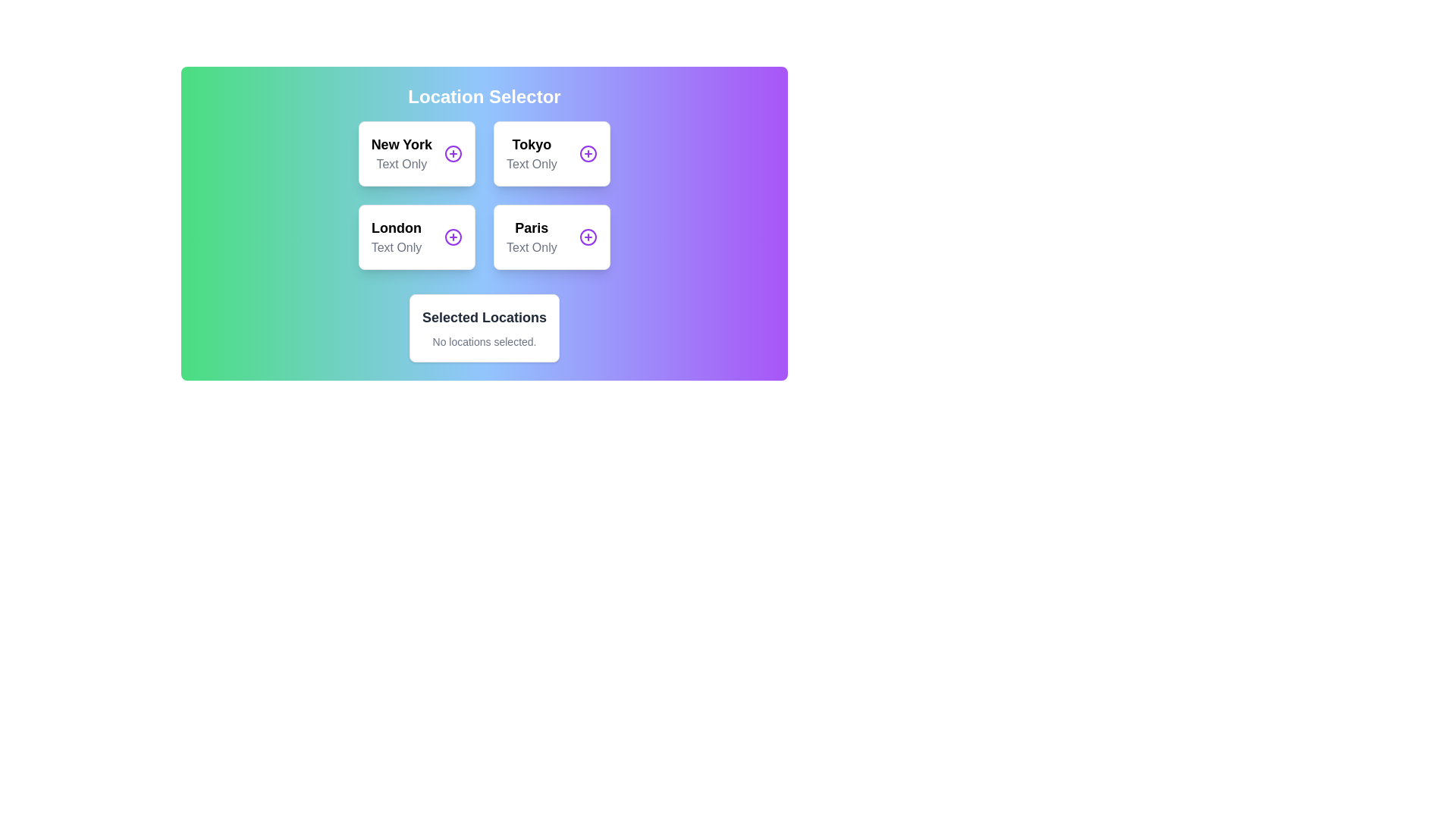 The image size is (1456, 819). I want to click on the descriptive text label located in the top-right grid cell below the 'Tokyo' text within the card layout, so click(532, 164).